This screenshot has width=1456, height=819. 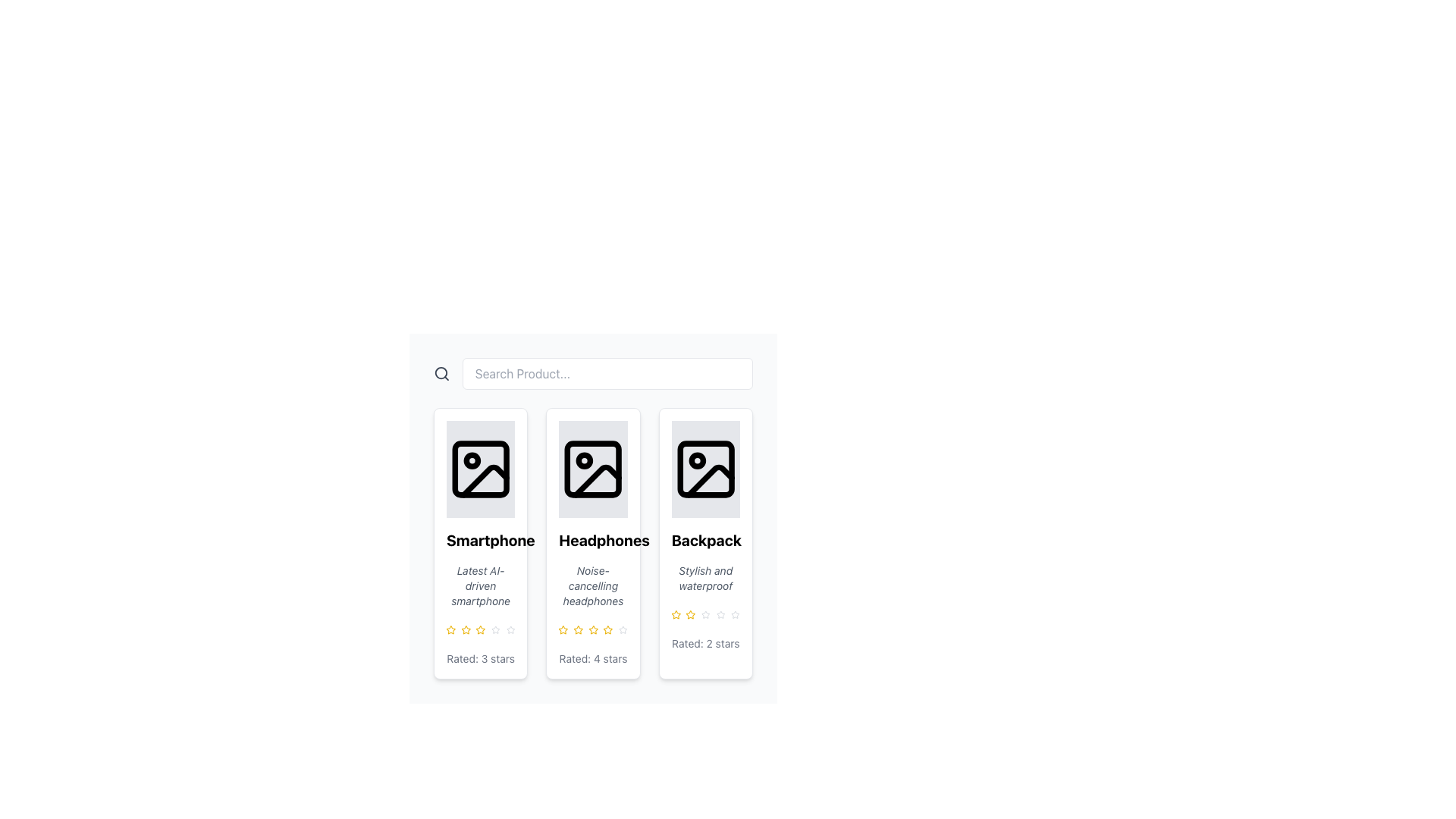 What do you see at coordinates (480, 629) in the screenshot?
I see `the third star` at bounding box center [480, 629].